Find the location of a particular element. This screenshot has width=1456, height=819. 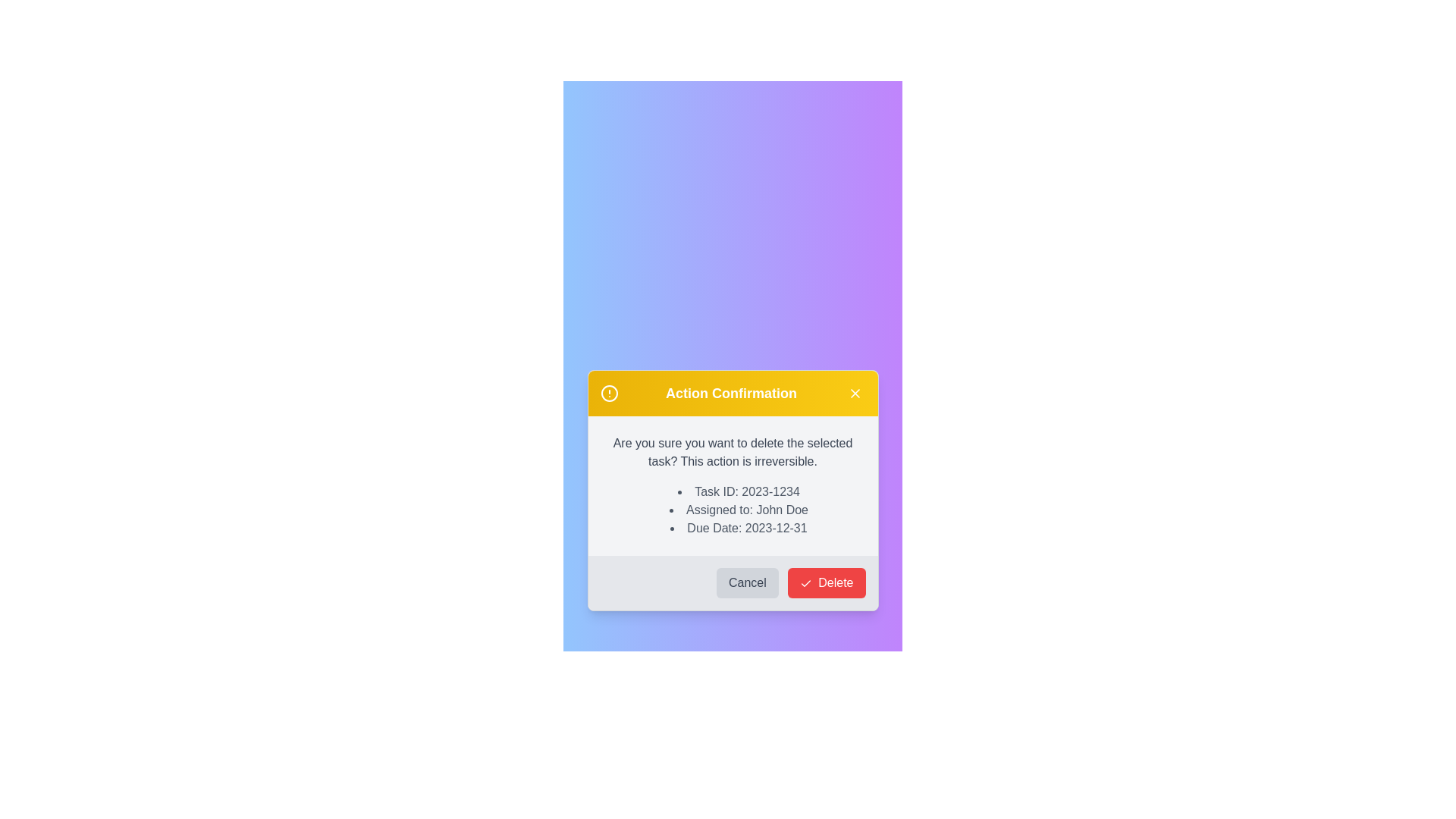

the circular graphical element that serves as the background for the alert icon in the 'Action Confirmation' dialog box is located at coordinates (609, 393).